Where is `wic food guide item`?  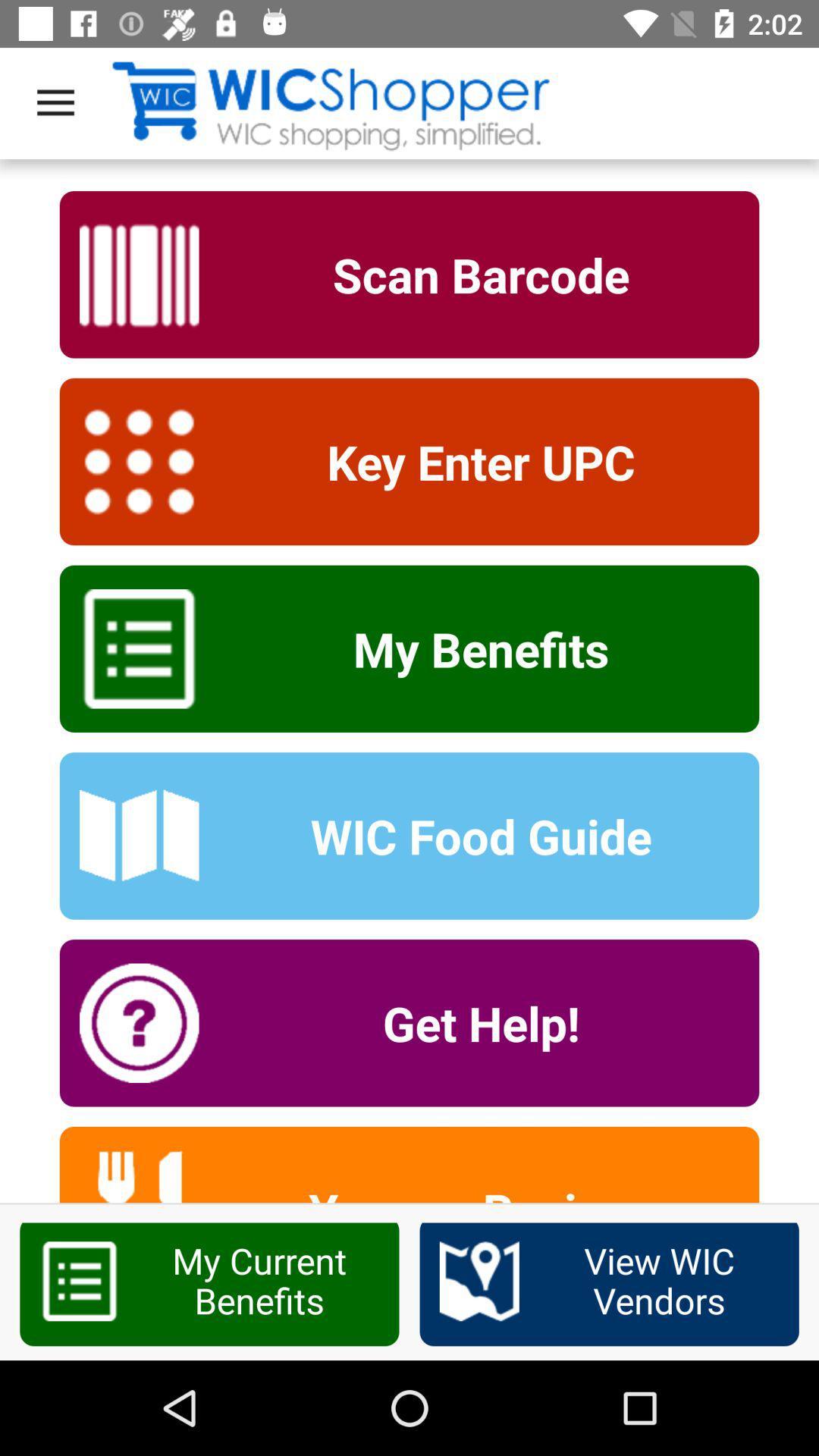 wic food guide item is located at coordinates (470, 835).